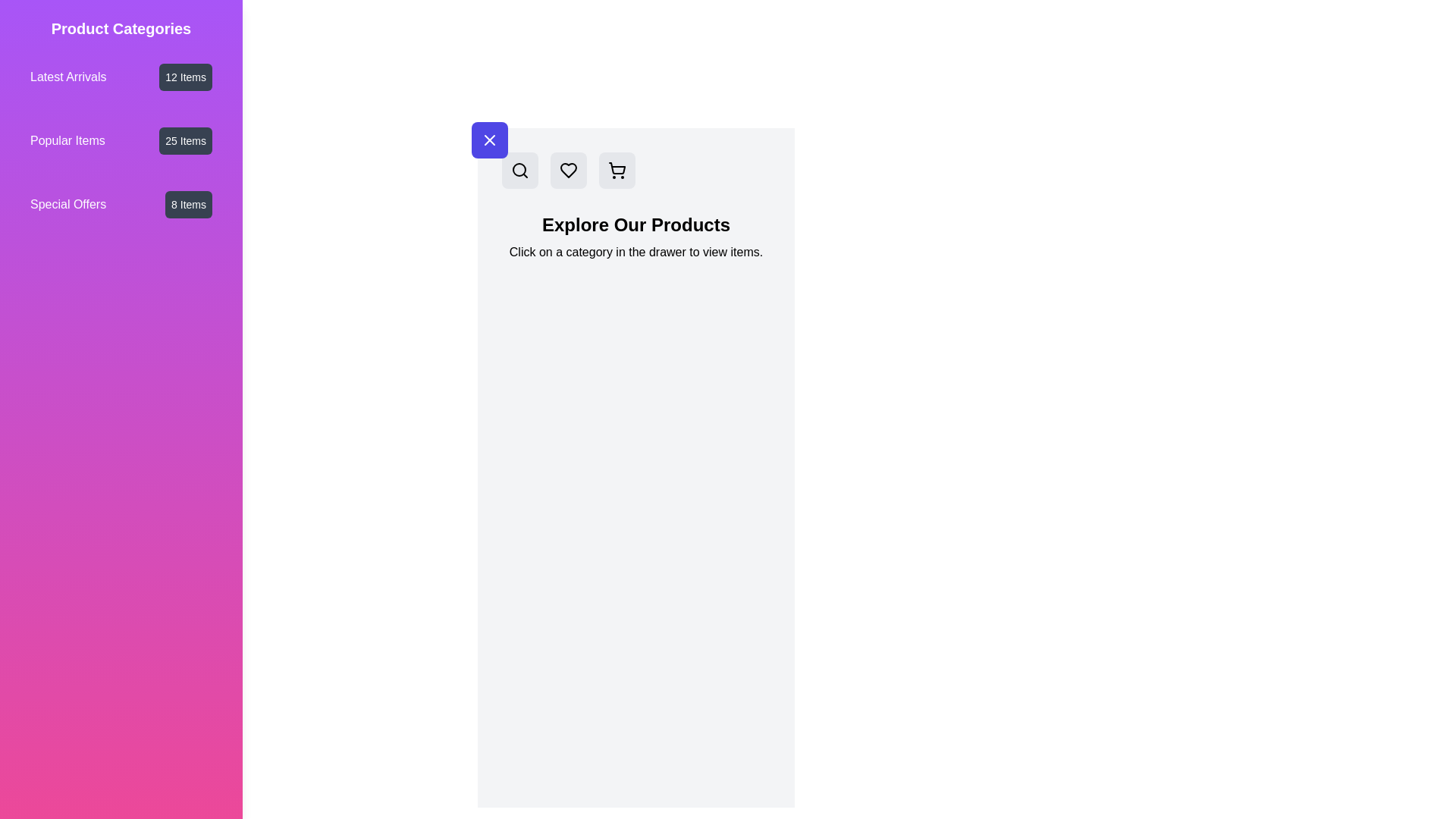 The width and height of the screenshot is (1456, 819). I want to click on toggle button to toggle the drawer visibility, so click(490, 140).